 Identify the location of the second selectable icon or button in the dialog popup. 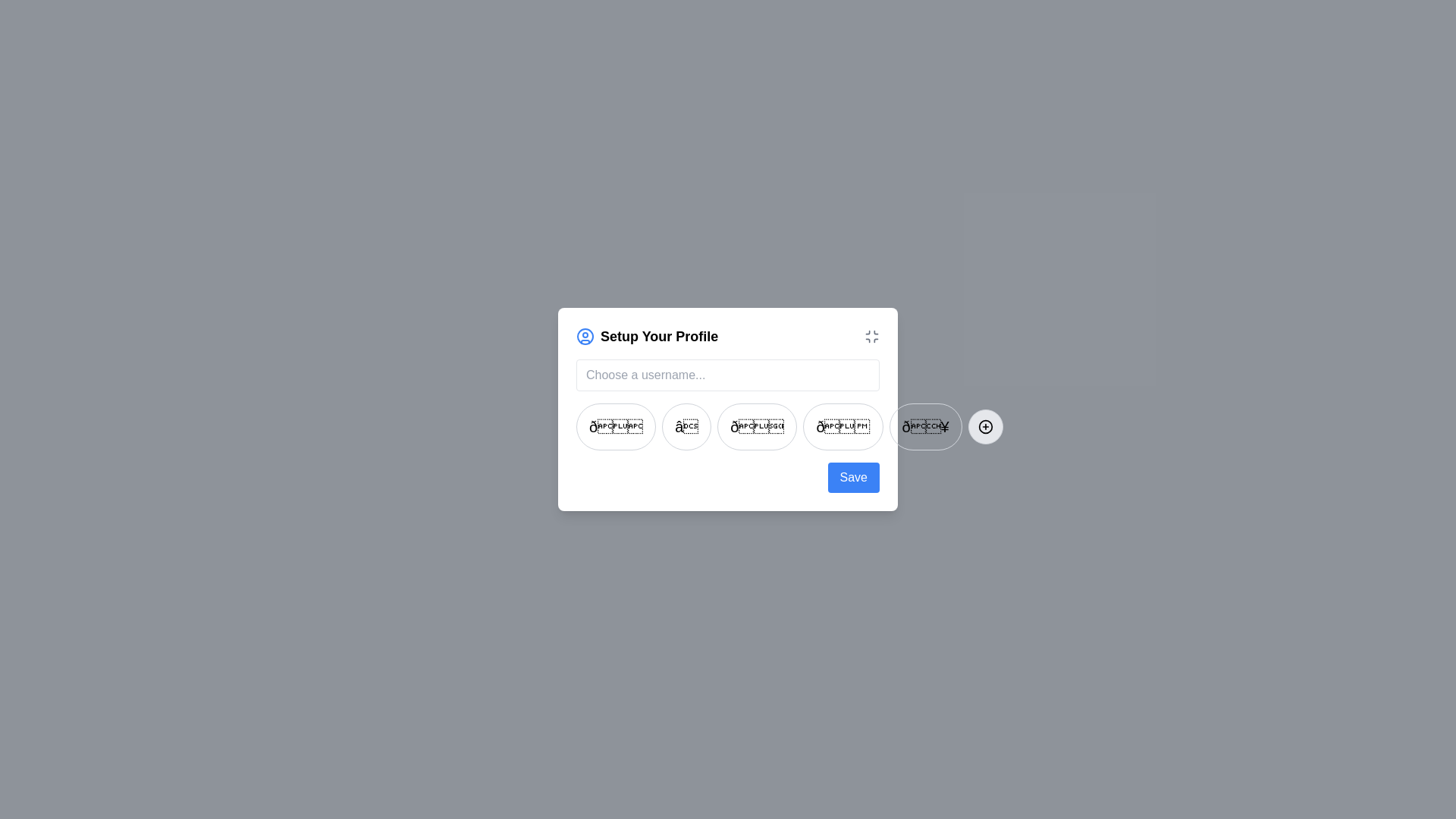
(686, 427).